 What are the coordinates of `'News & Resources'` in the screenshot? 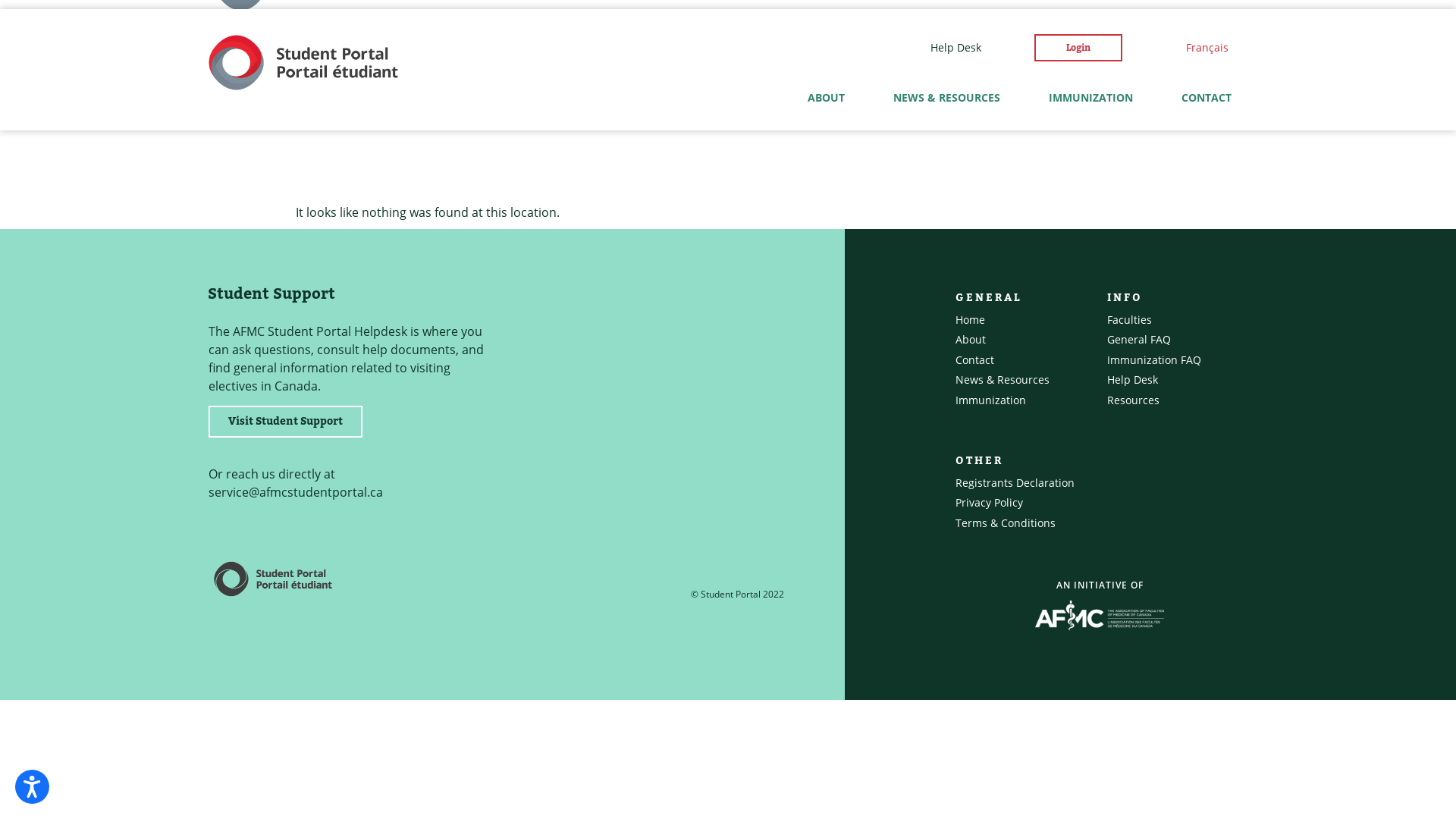 It's located at (1002, 378).